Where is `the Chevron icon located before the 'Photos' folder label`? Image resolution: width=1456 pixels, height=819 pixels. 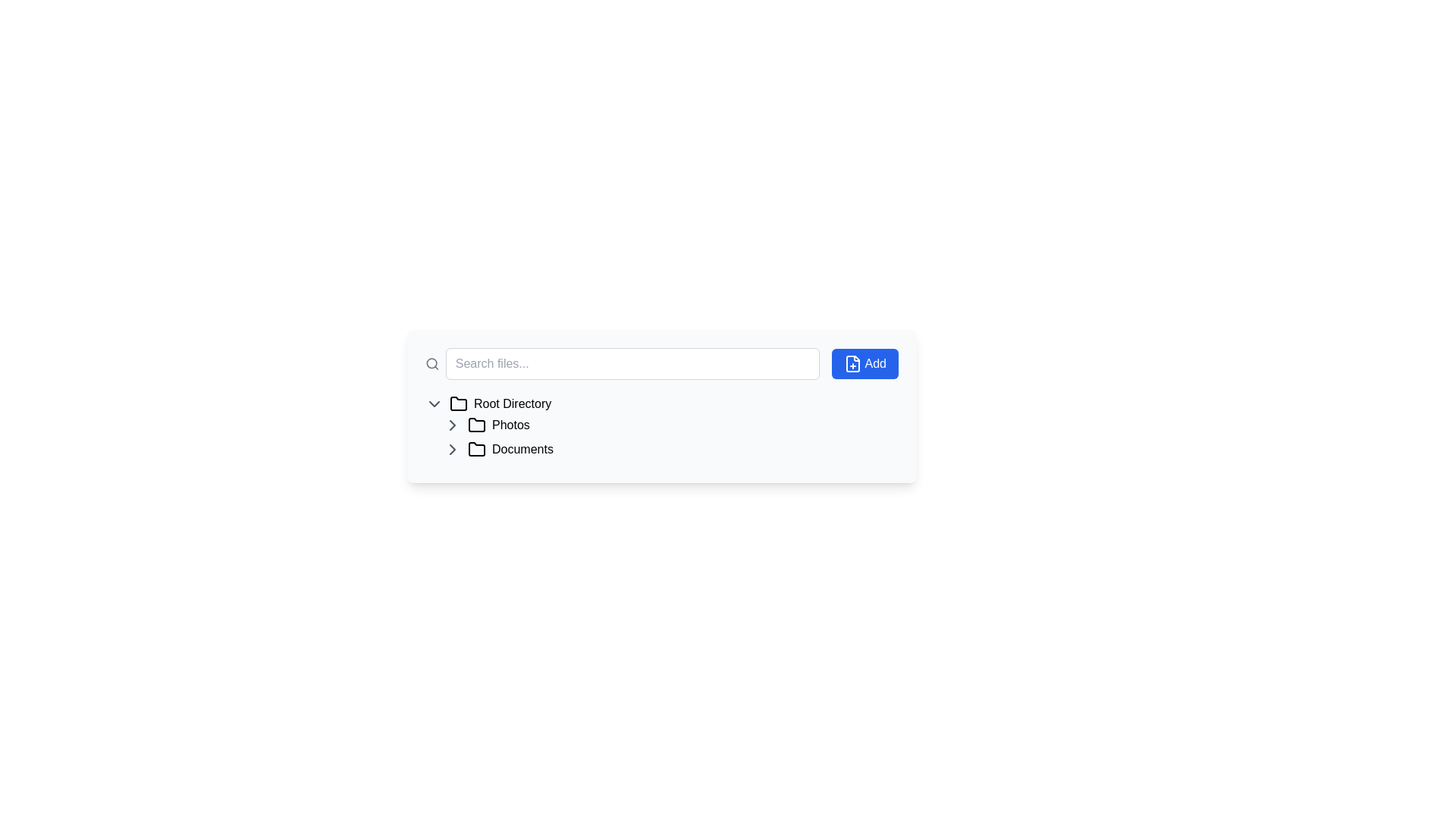 the Chevron icon located before the 'Photos' folder label is located at coordinates (451, 425).